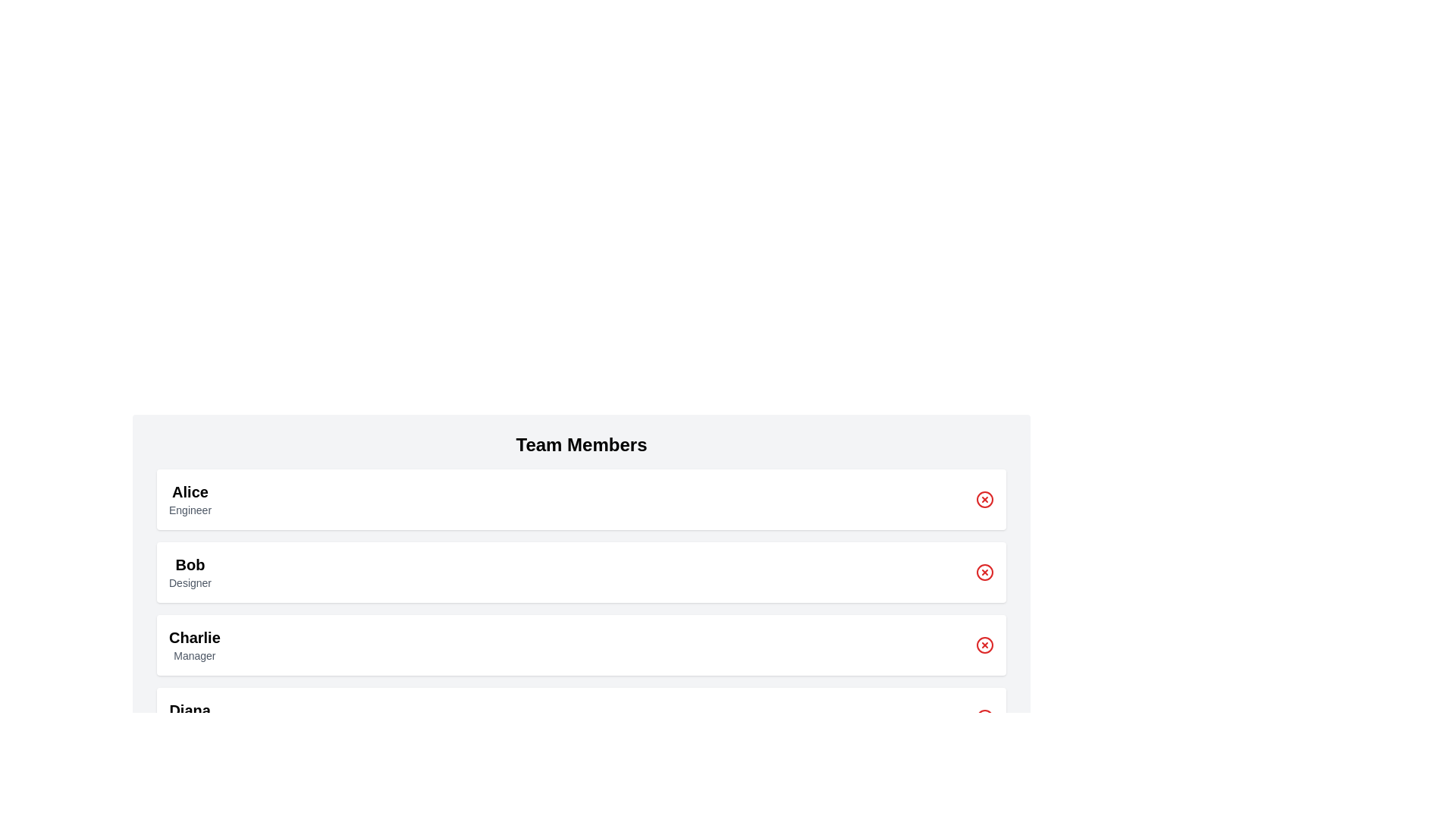 The width and height of the screenshot is (1456, 819). I want to click on the circular button with a red border and a red 'X' symbol located in the top-right corner of the card displaying 'Alice, Engineer', so click(985, 500).